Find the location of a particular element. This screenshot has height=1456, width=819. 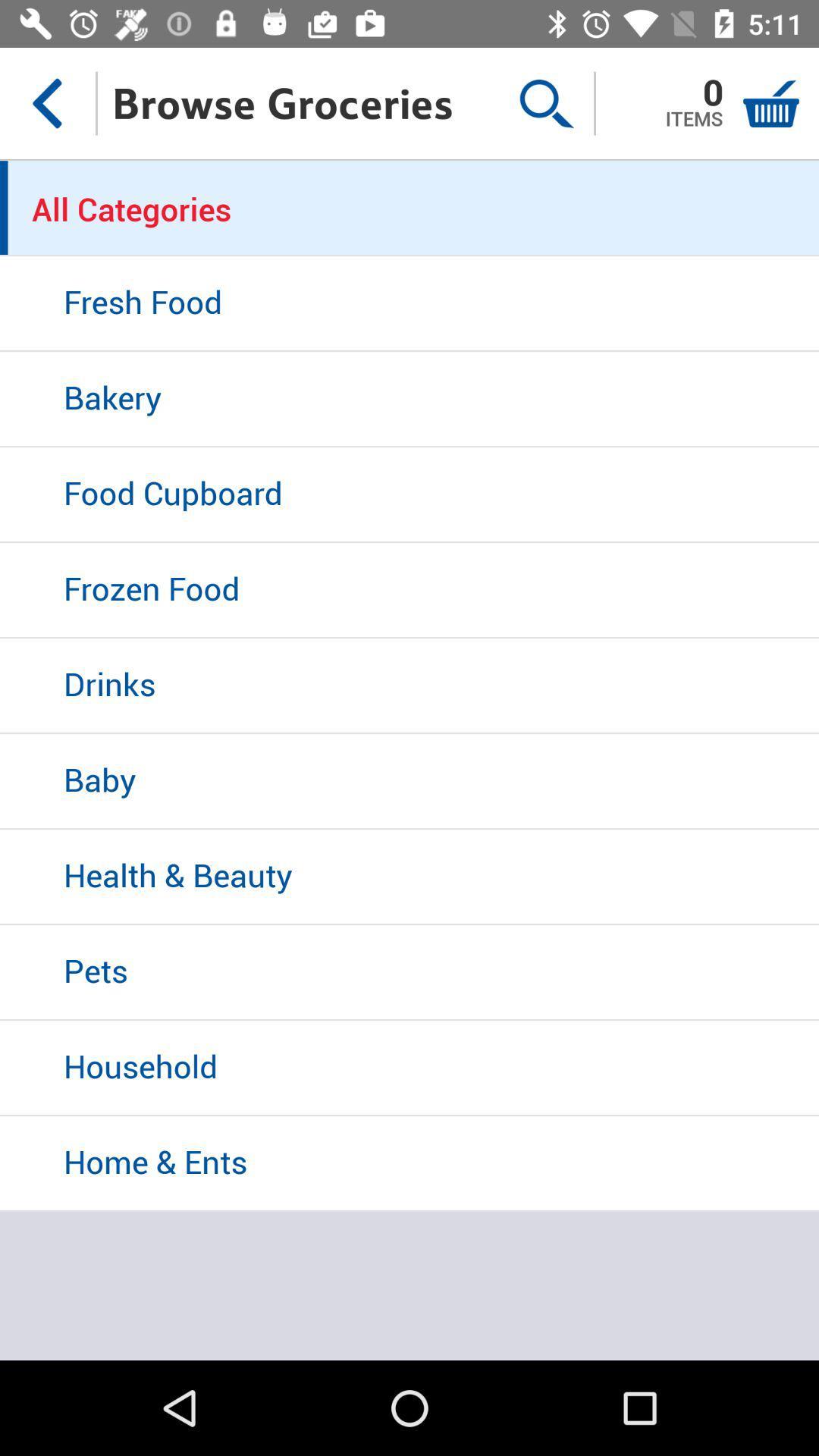

the icon below the all categories icon is located at coordinates (409, 303).